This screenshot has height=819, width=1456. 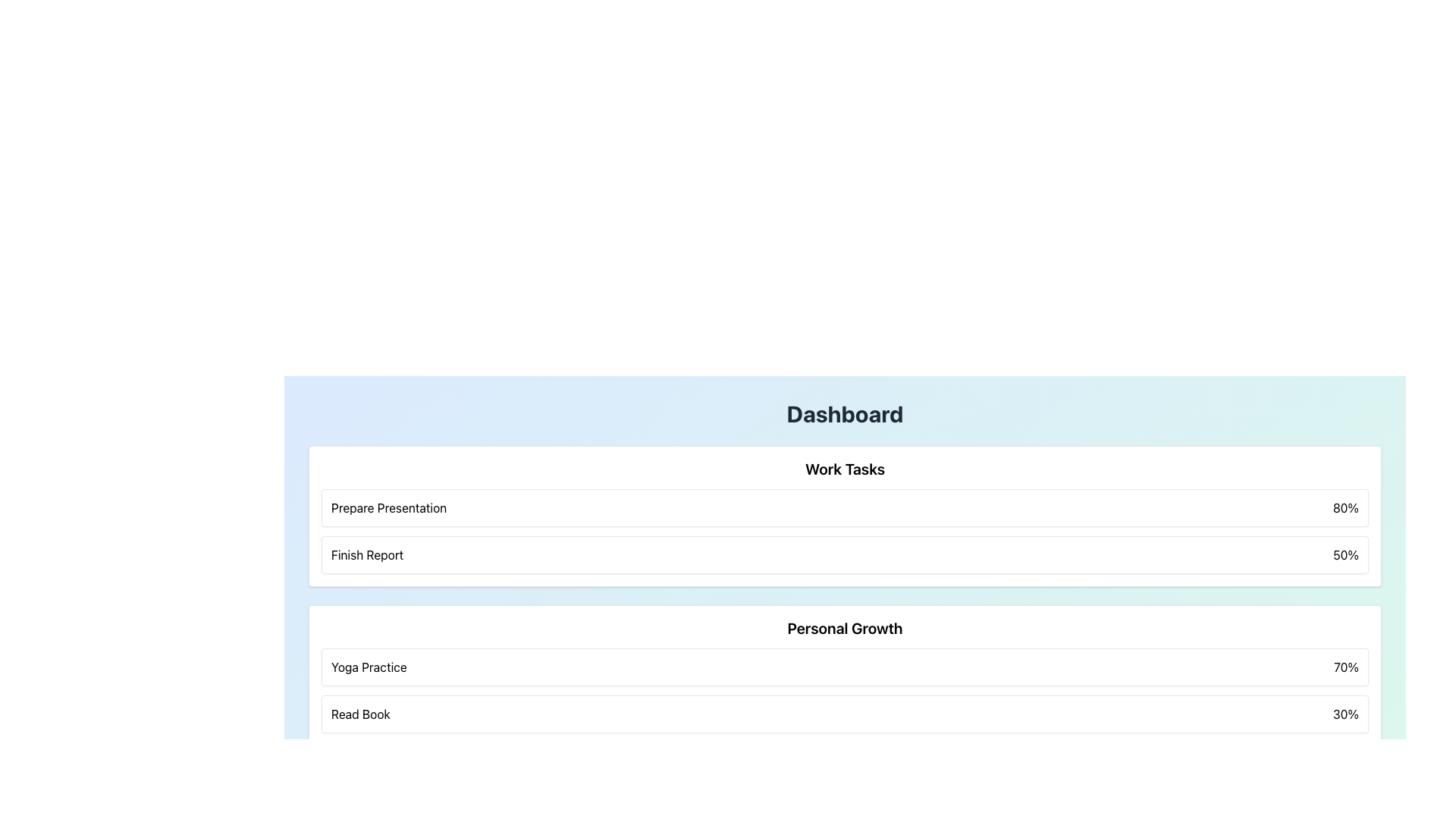 What do you see at coordinates (369, 666) in the screenshot?
I see `the 'Yoga Practice' text label for reading` at bounding box center [369, 666].